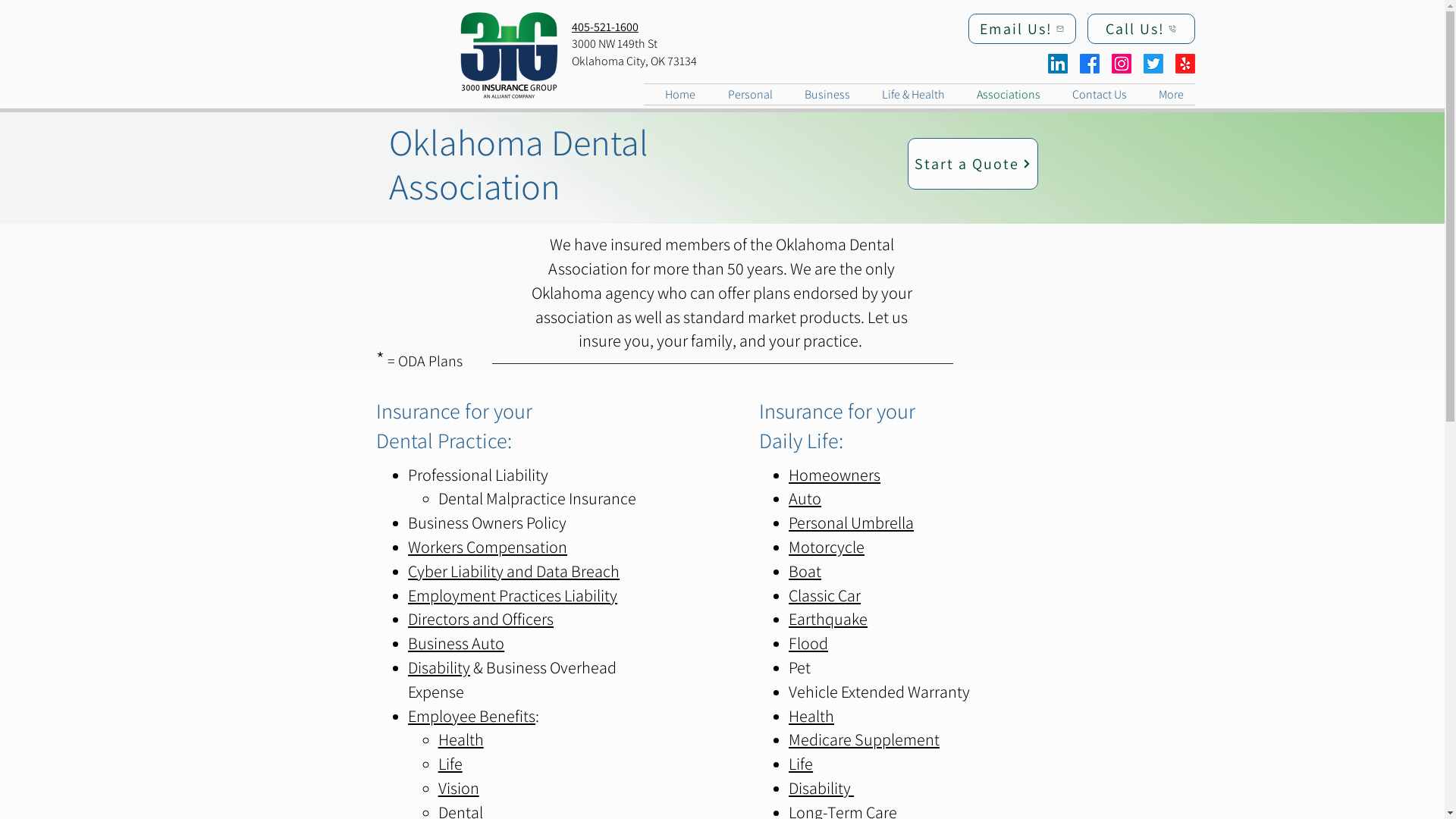 The image size is (1456, 819). Describe the element at coordinates (833, 474) in the screenshot. I see `'Homeowners'` at that location.